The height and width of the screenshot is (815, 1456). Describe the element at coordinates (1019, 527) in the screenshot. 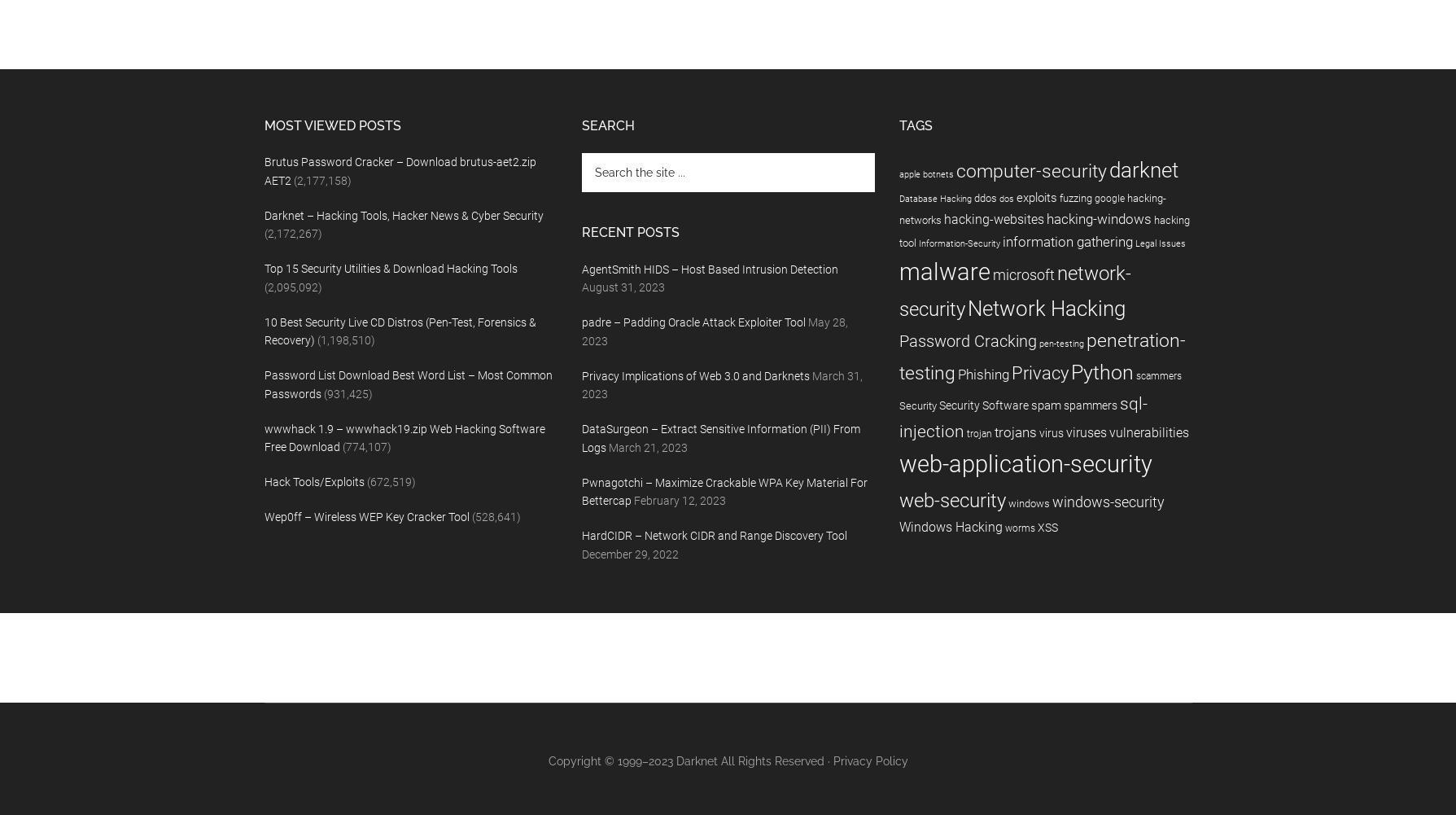

I see `'worms'` at that location.